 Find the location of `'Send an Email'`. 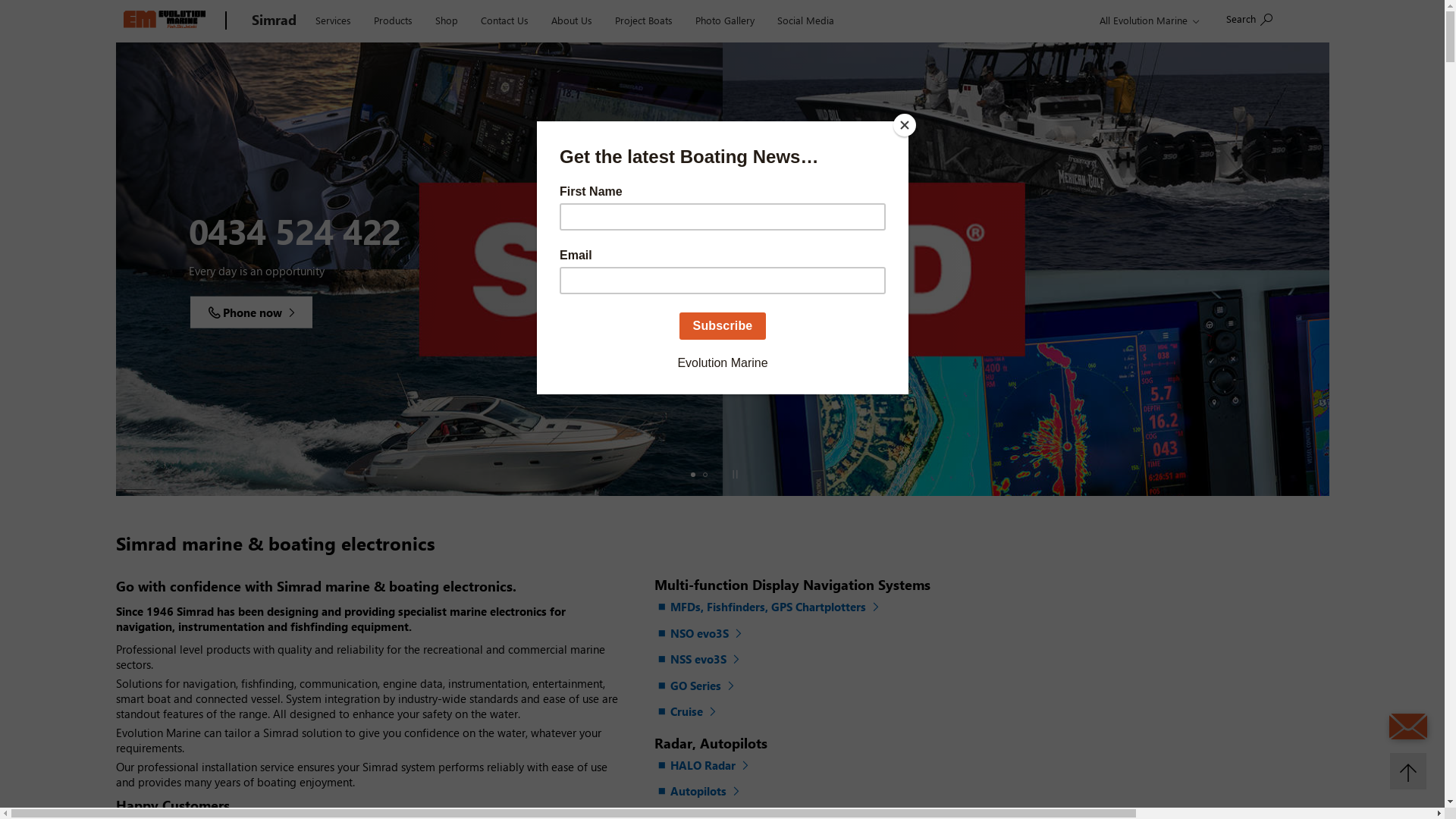

'Send an Email' is located at coordinates (1407, 725).